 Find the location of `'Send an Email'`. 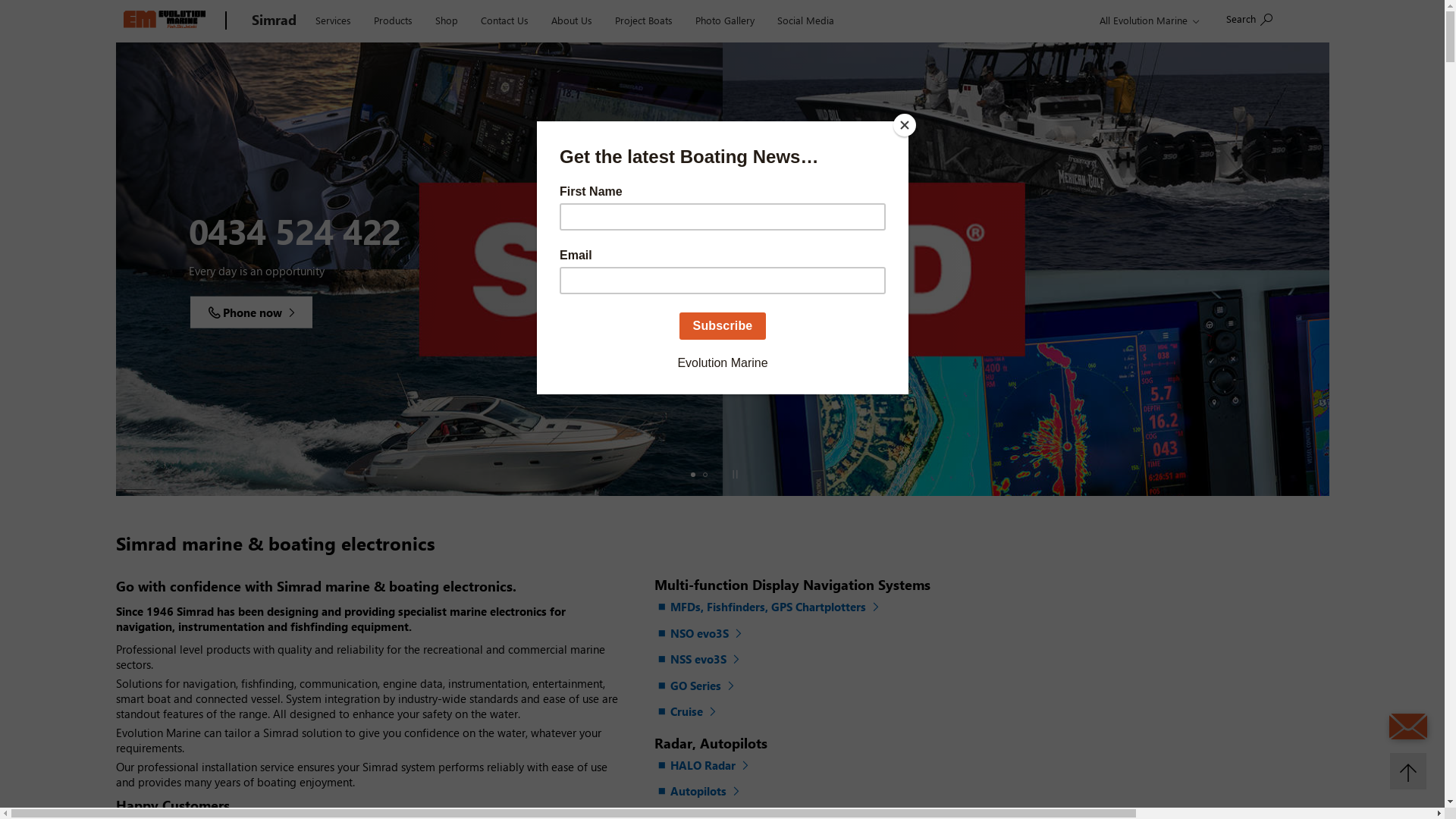

'Send an Email' is located at coordinates (1407, 725).